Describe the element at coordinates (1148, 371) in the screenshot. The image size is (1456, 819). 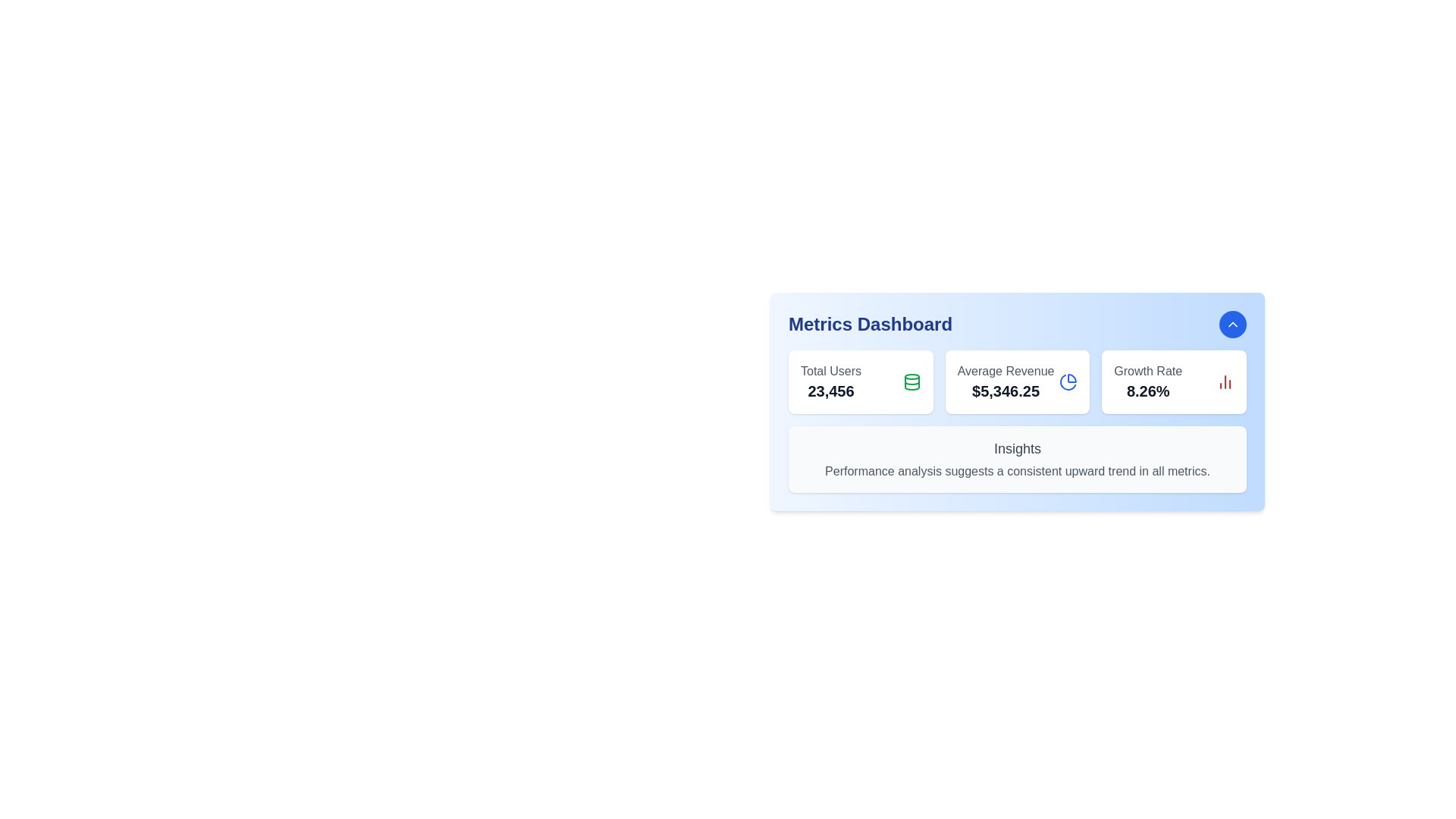
I see `the 'Growth Rate' text label displayed in a subdued gray color, which is positioned above the '8.26%' percentage value in the rightmost card of the Metrics Dashboard` at that location.